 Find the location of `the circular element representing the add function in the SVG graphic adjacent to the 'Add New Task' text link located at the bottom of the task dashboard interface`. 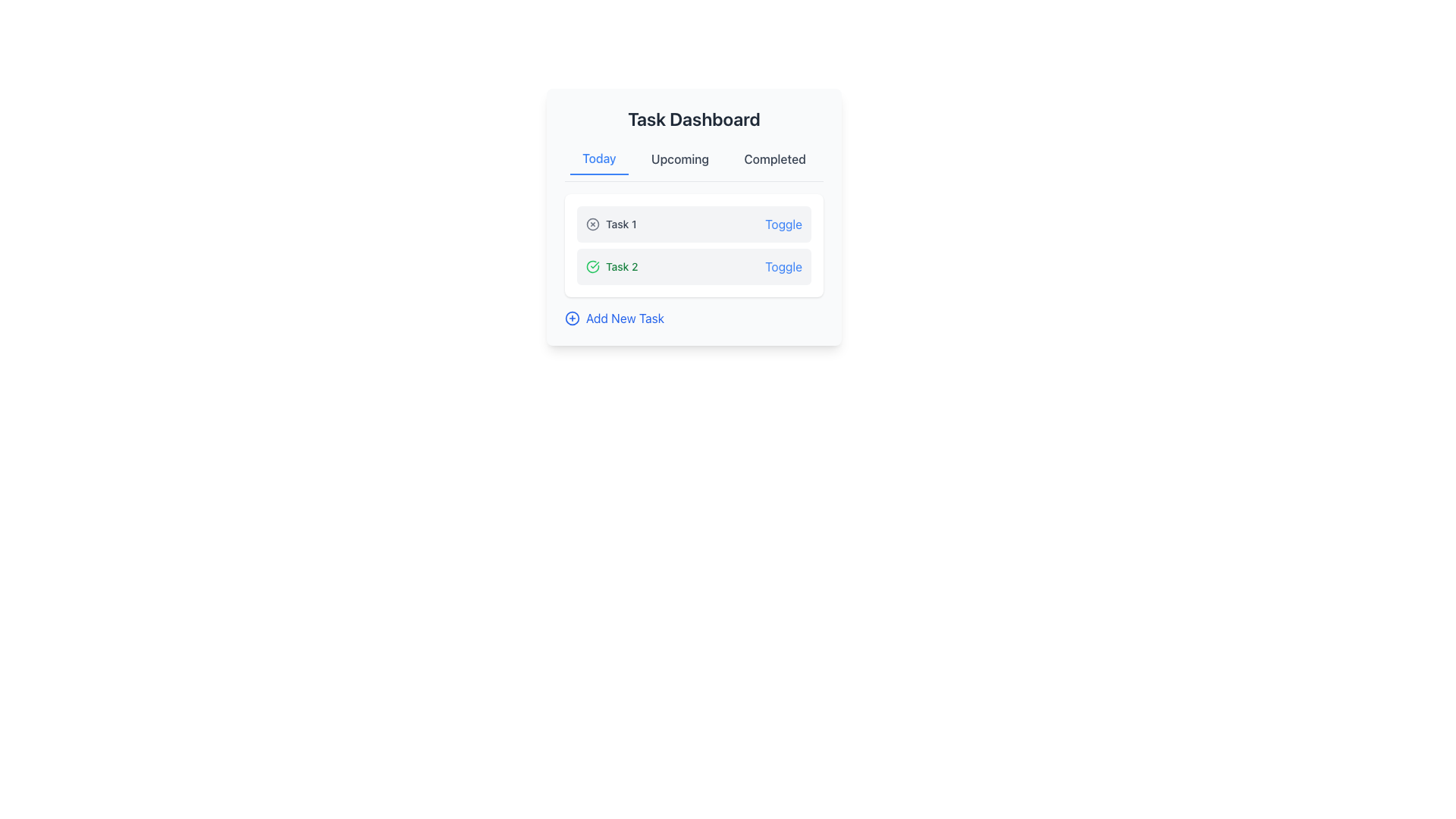

the circular element representing the add function in the SVG graphic adjacent to the 'Add New Task' text link located at the bottom of the task dashboard interface is located at coordinates (571, 318).